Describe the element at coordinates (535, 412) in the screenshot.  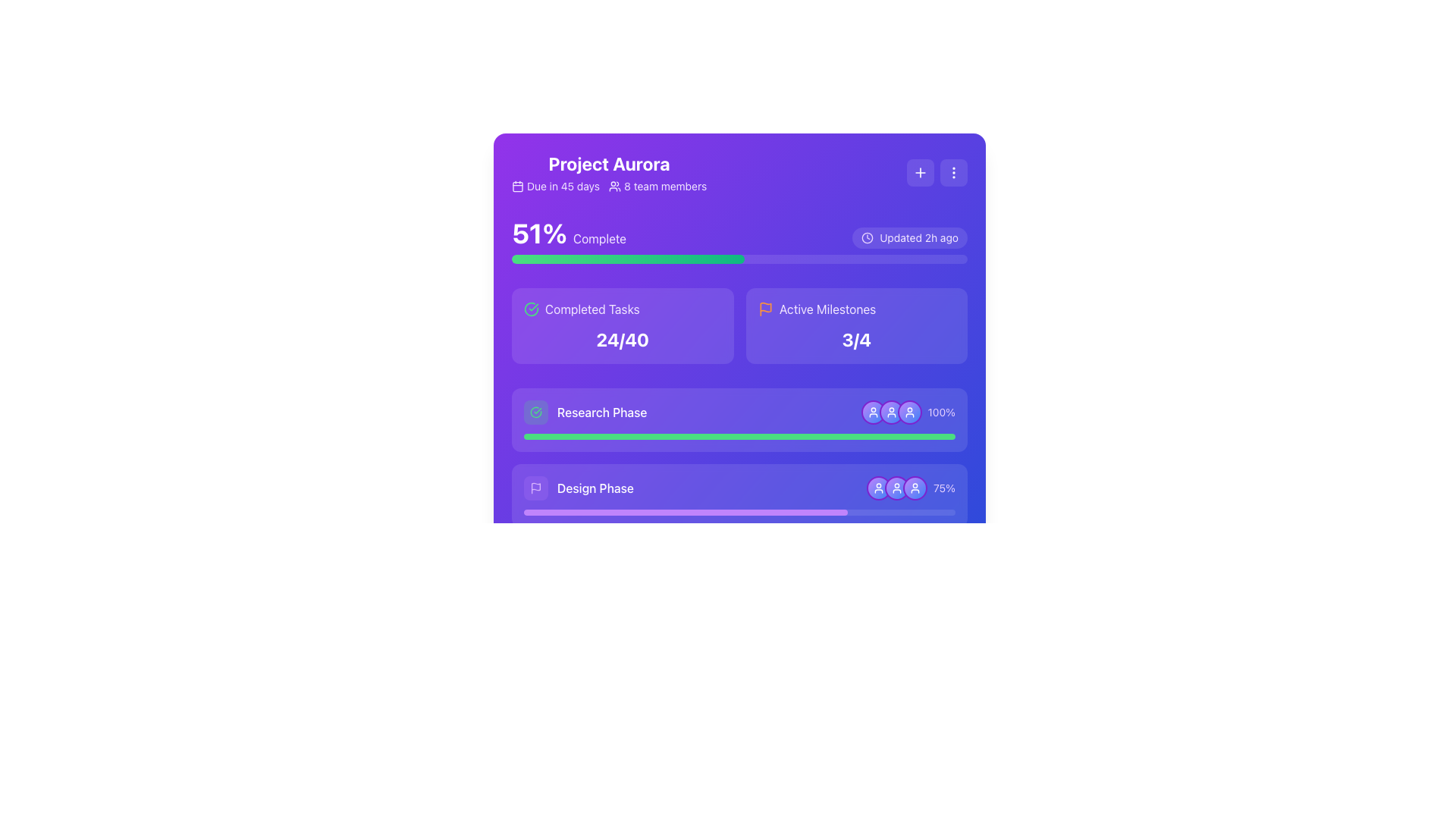
I see `the progress indicator icon for the 'Research Phase', located centrally within its square to indicate its completion status` at that location.